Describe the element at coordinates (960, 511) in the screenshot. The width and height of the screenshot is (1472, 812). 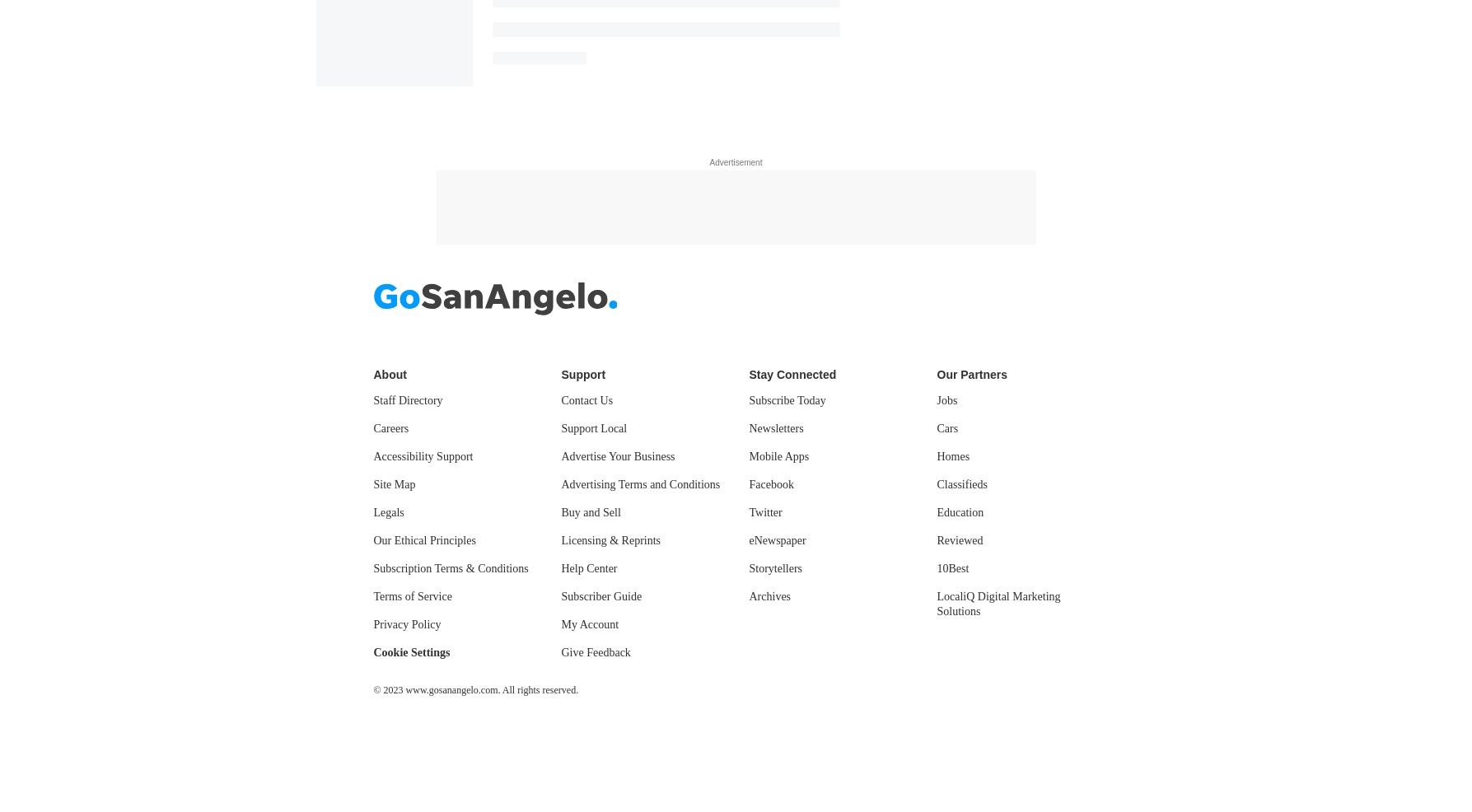
I see `'Education'` at that location.